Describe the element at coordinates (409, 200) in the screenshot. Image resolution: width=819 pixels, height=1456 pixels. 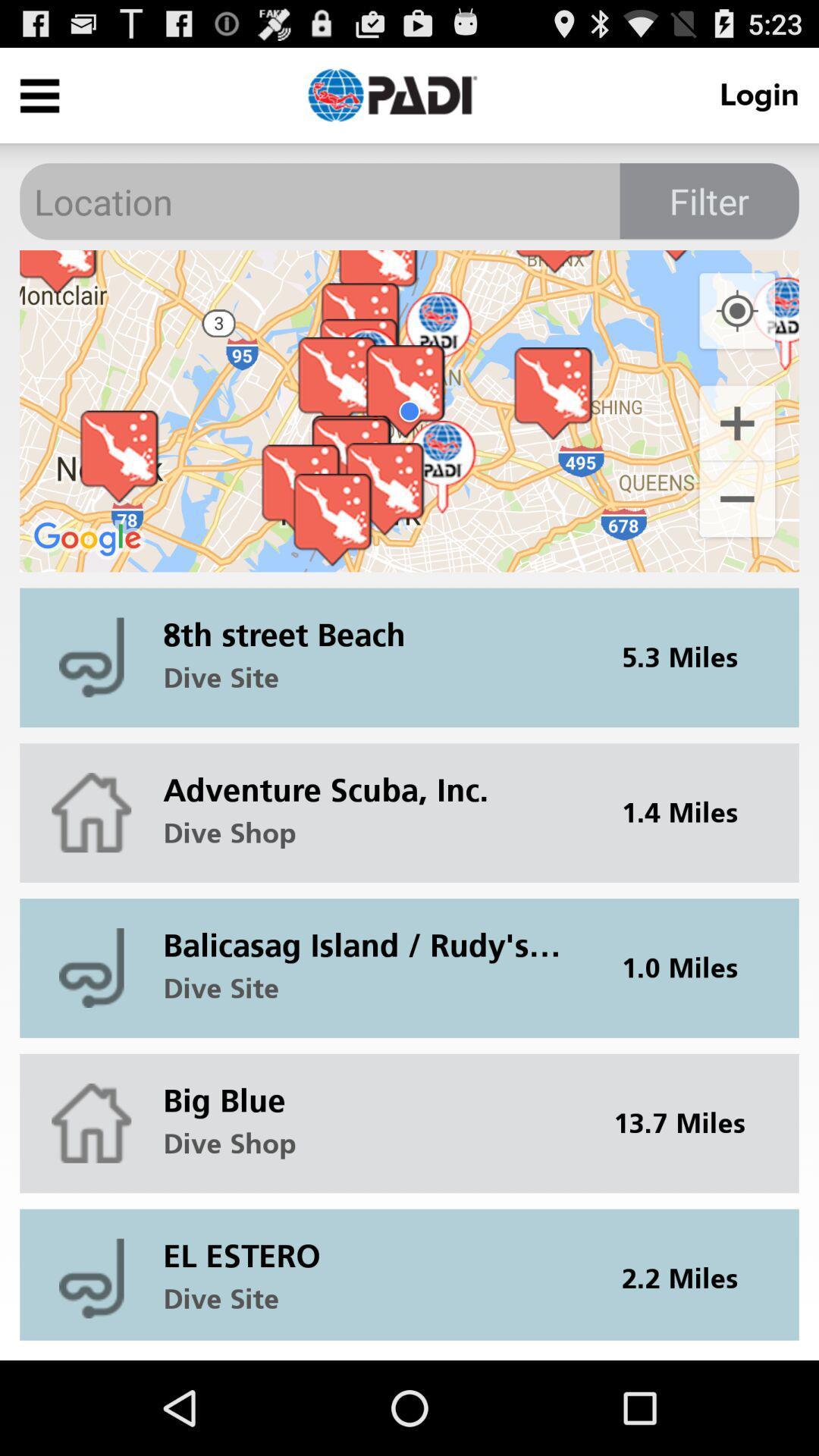
I see `location` at that location.